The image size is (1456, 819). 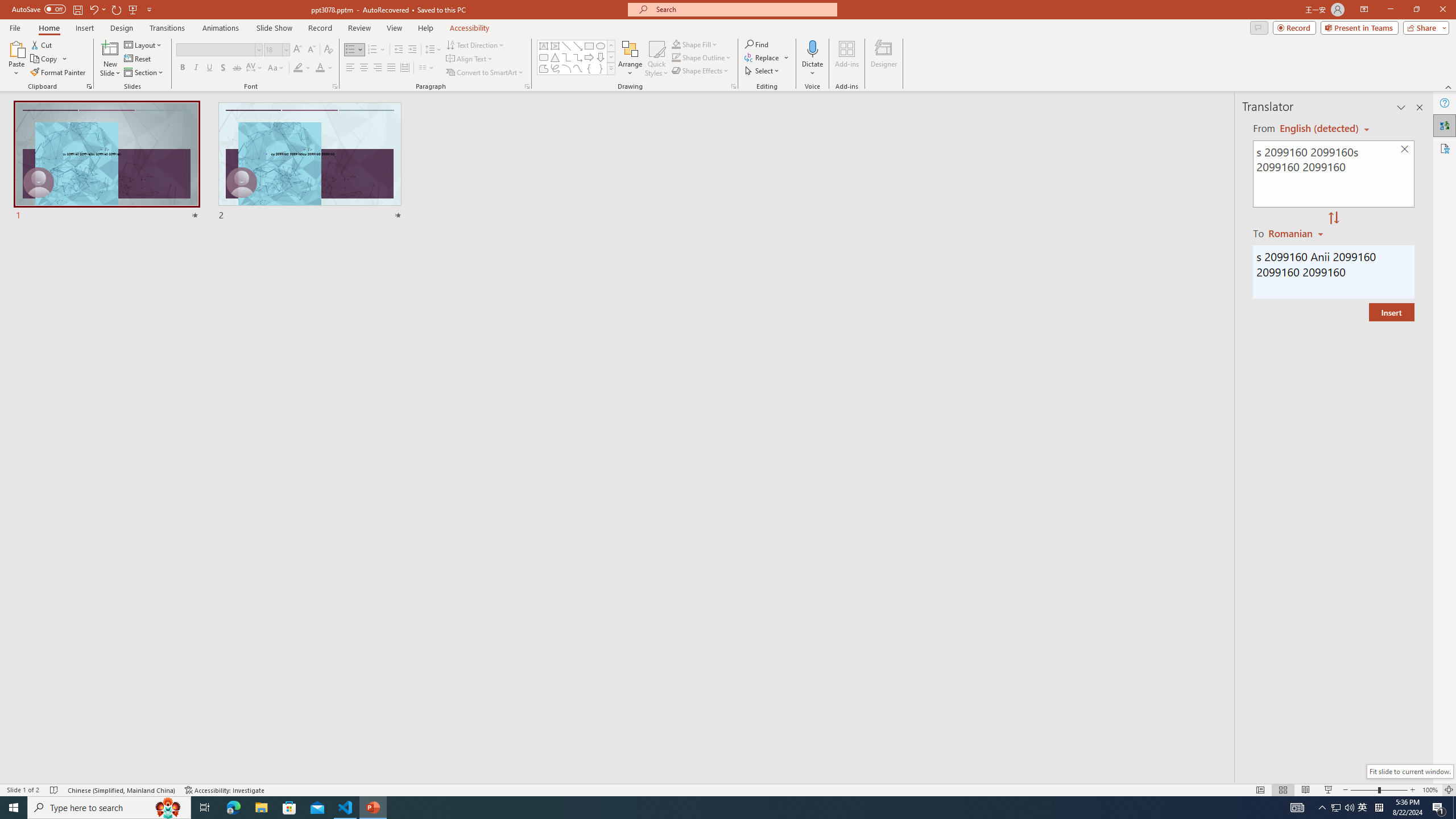 What do you see at coordinates (58, 72) in the screenshot?
I see `'Format Painter'` at bounding box center [58, 72].